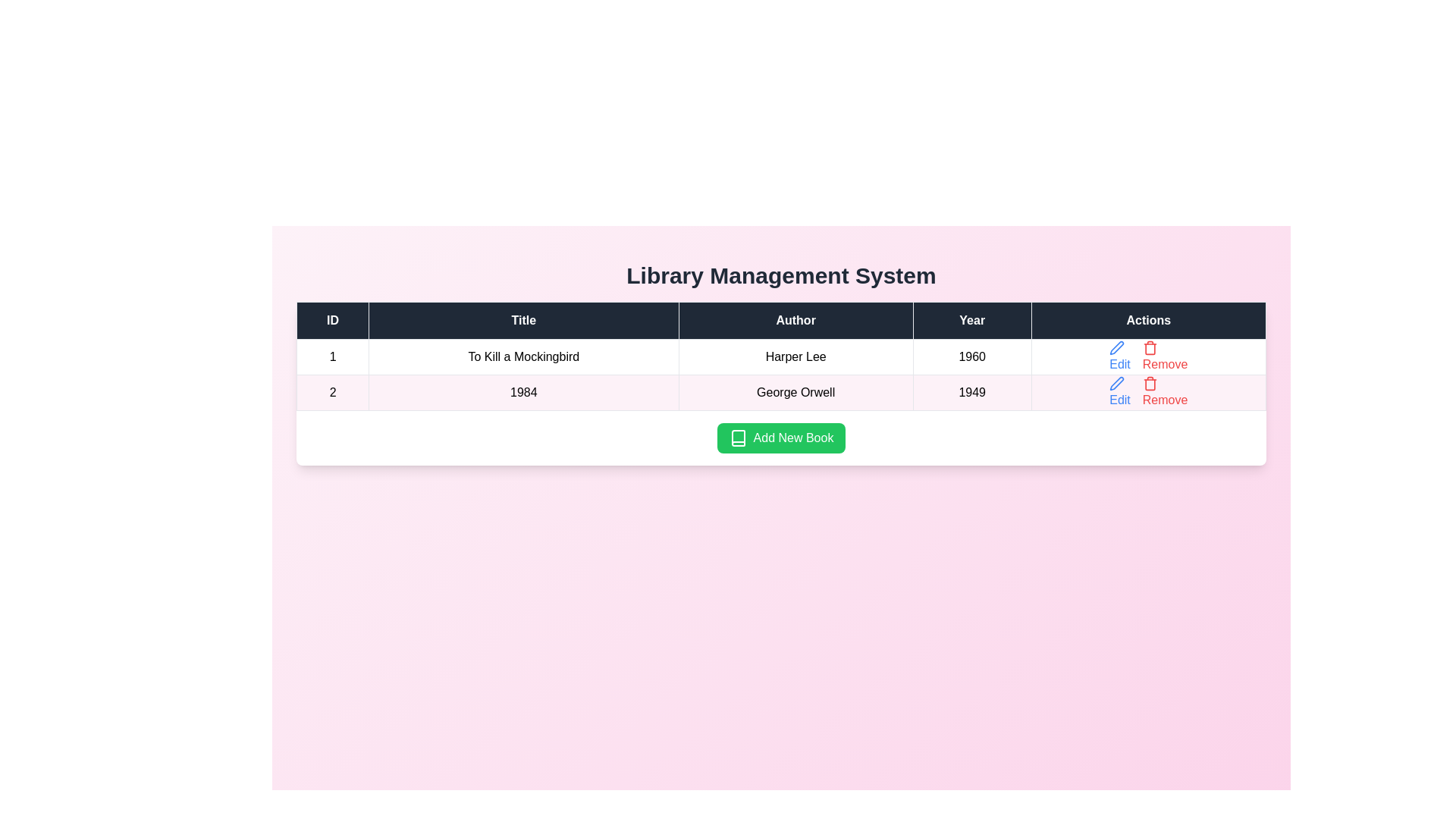  What do you see at coordinates (781, 438) in the screenshot?
I see `the 'Add New Book' button, which is a horizontally rectangular button with a green background and white text` at bounding box center [781, 438].